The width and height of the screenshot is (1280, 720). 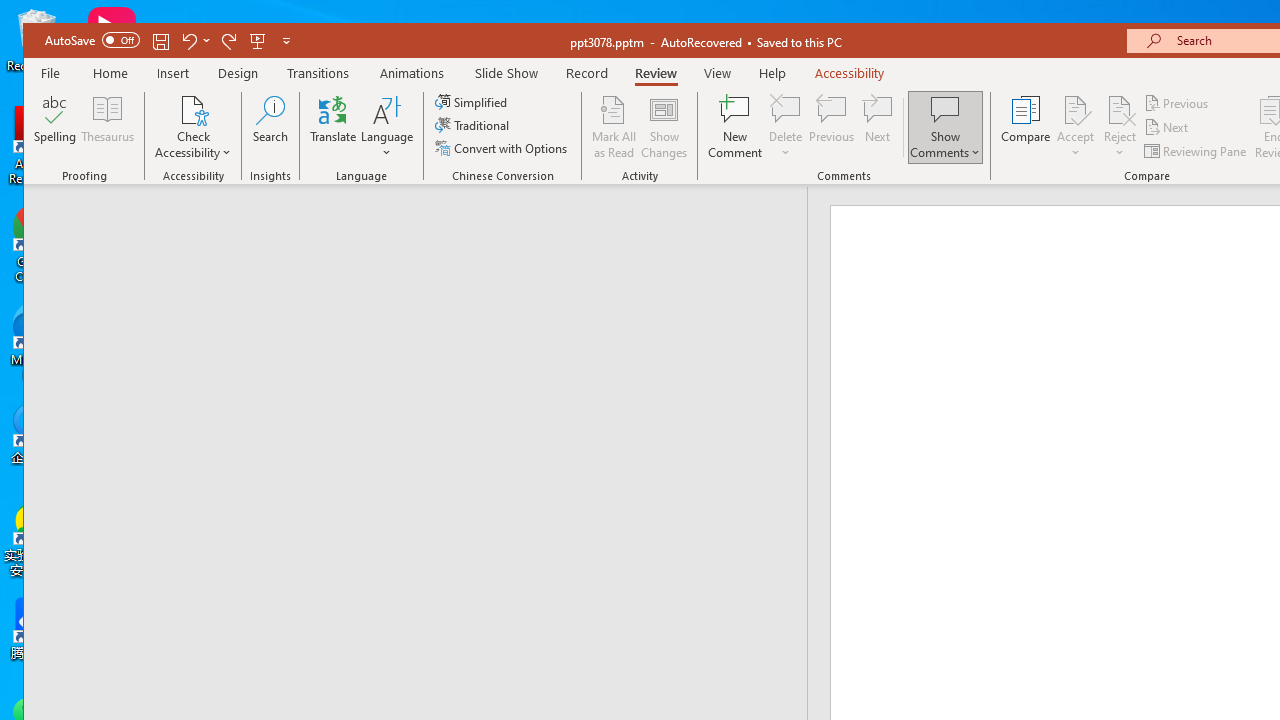 I want to click on 'Check Accessibility', so click(x=193, y=127).